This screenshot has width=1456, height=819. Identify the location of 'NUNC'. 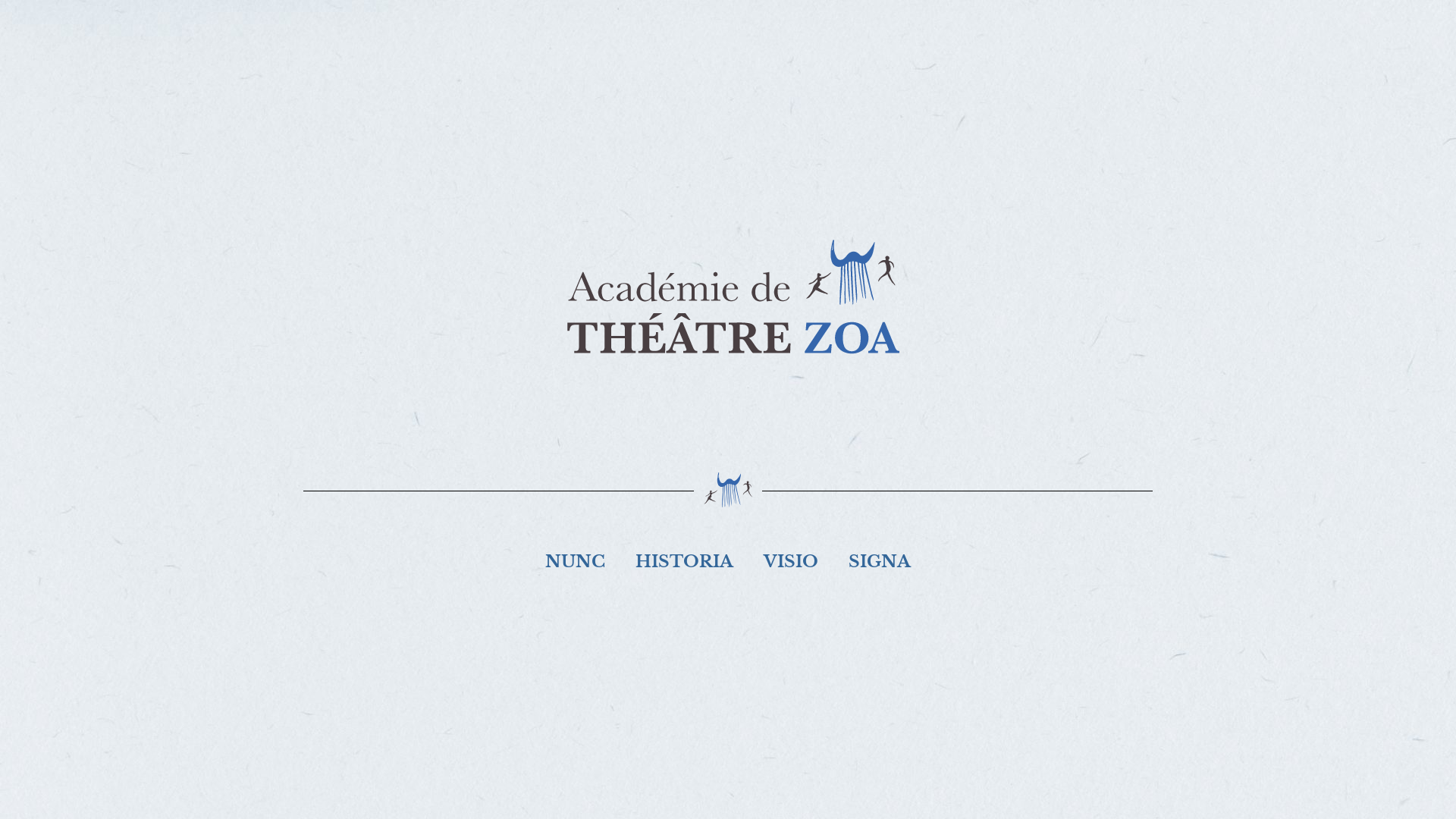
(530, 561).